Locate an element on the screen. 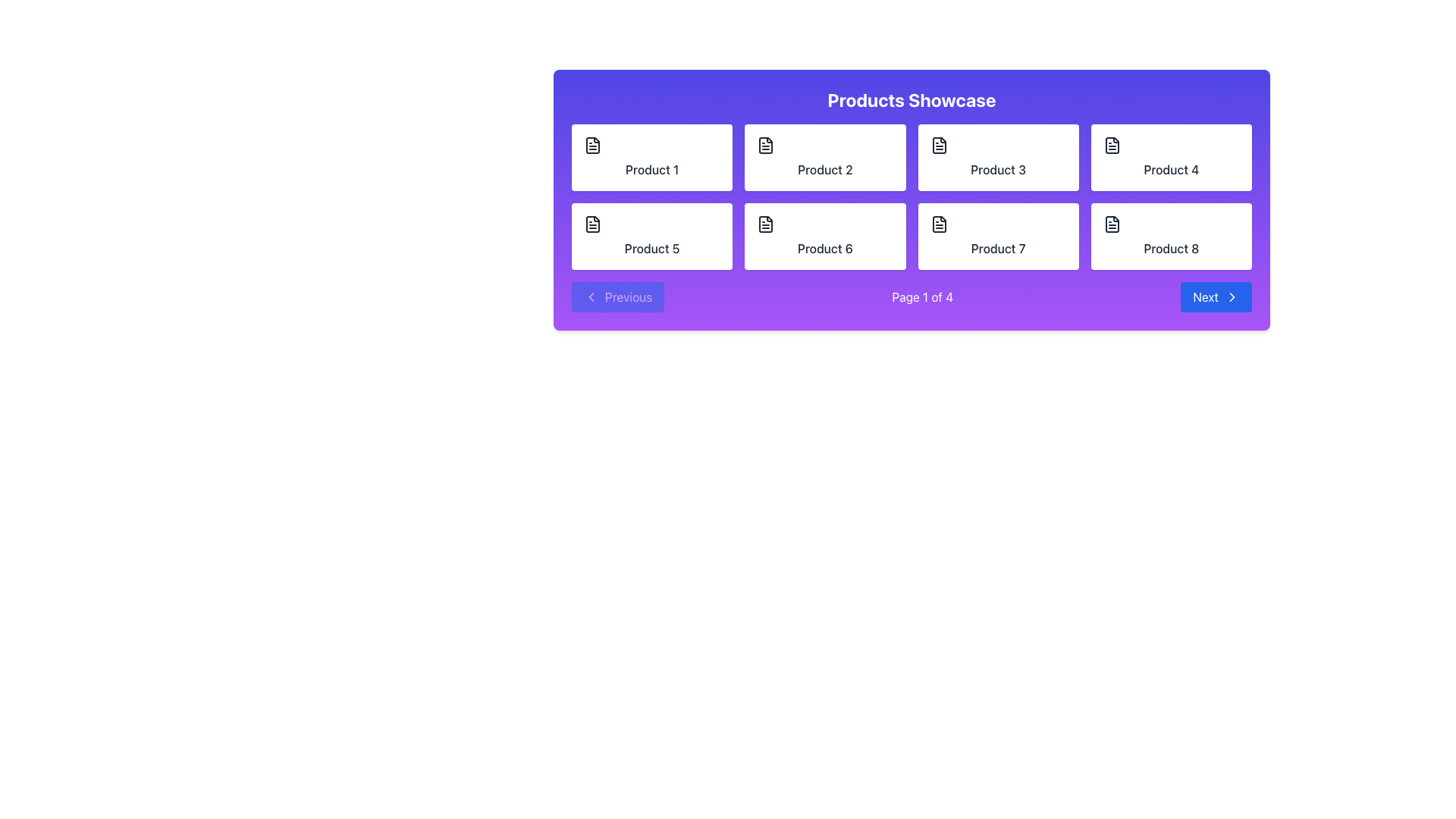  properties of the SVG-based icon representing the document for the 'Product 3' card, which is located at the top part of the card, horizontally centered above the text label is located at coordinates (938, 146).